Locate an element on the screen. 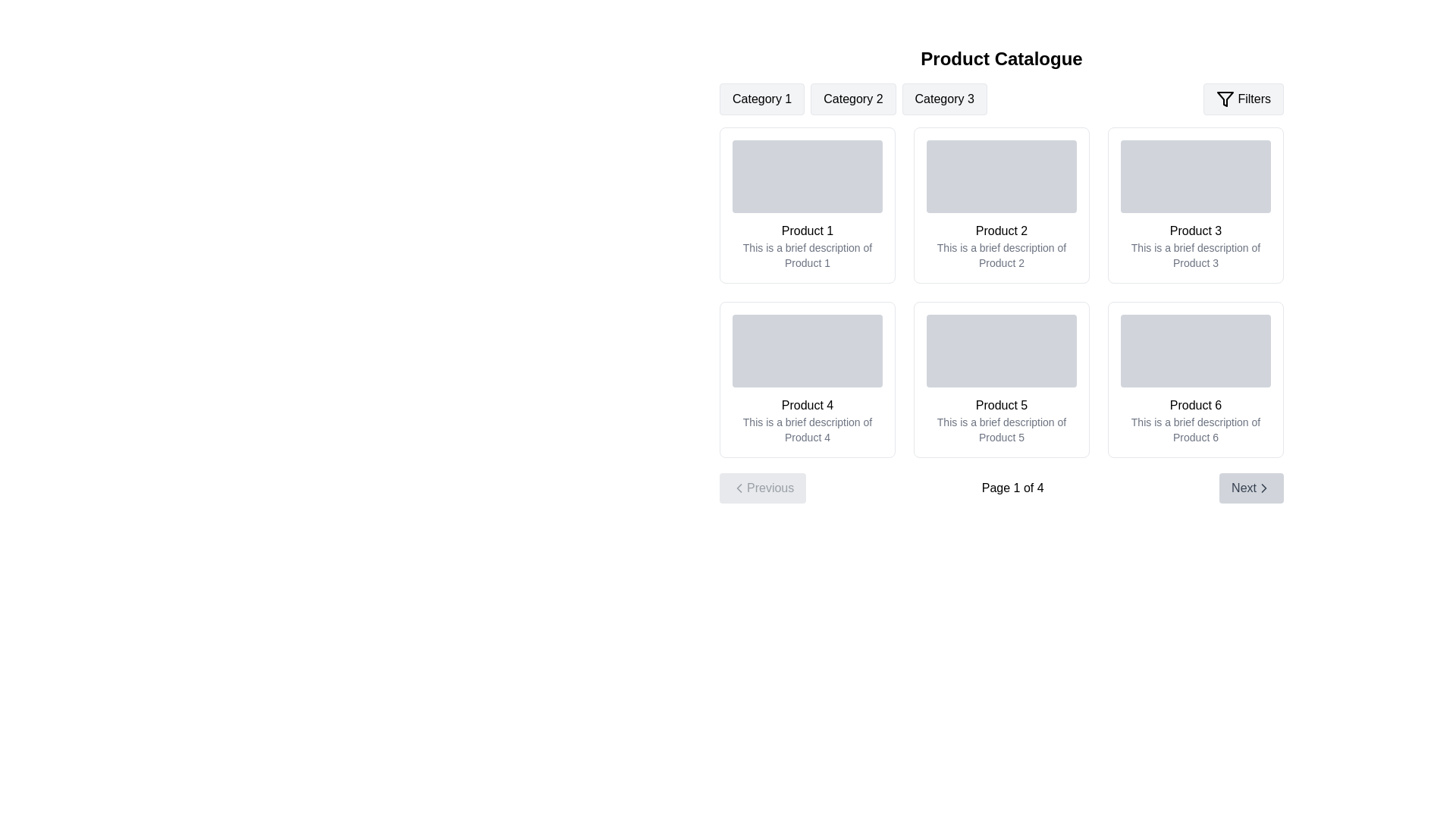 The width and height of the screenshot is (1456, 819). the textual description element located at the bottom section of the card labeled 'Product 4', positioned directly below its title in the grid layout is located at coordinates (807, 430).